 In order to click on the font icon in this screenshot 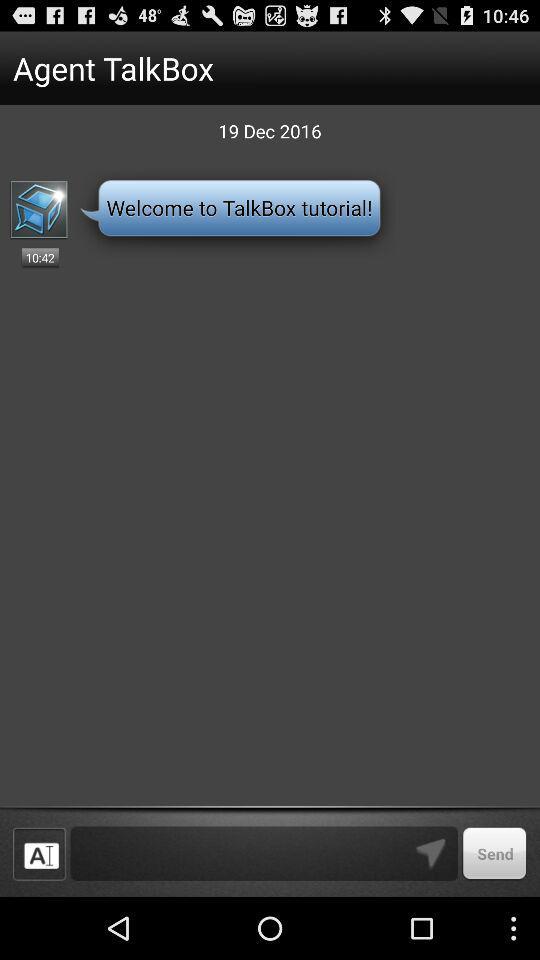, I will do `click(39, 914)`.